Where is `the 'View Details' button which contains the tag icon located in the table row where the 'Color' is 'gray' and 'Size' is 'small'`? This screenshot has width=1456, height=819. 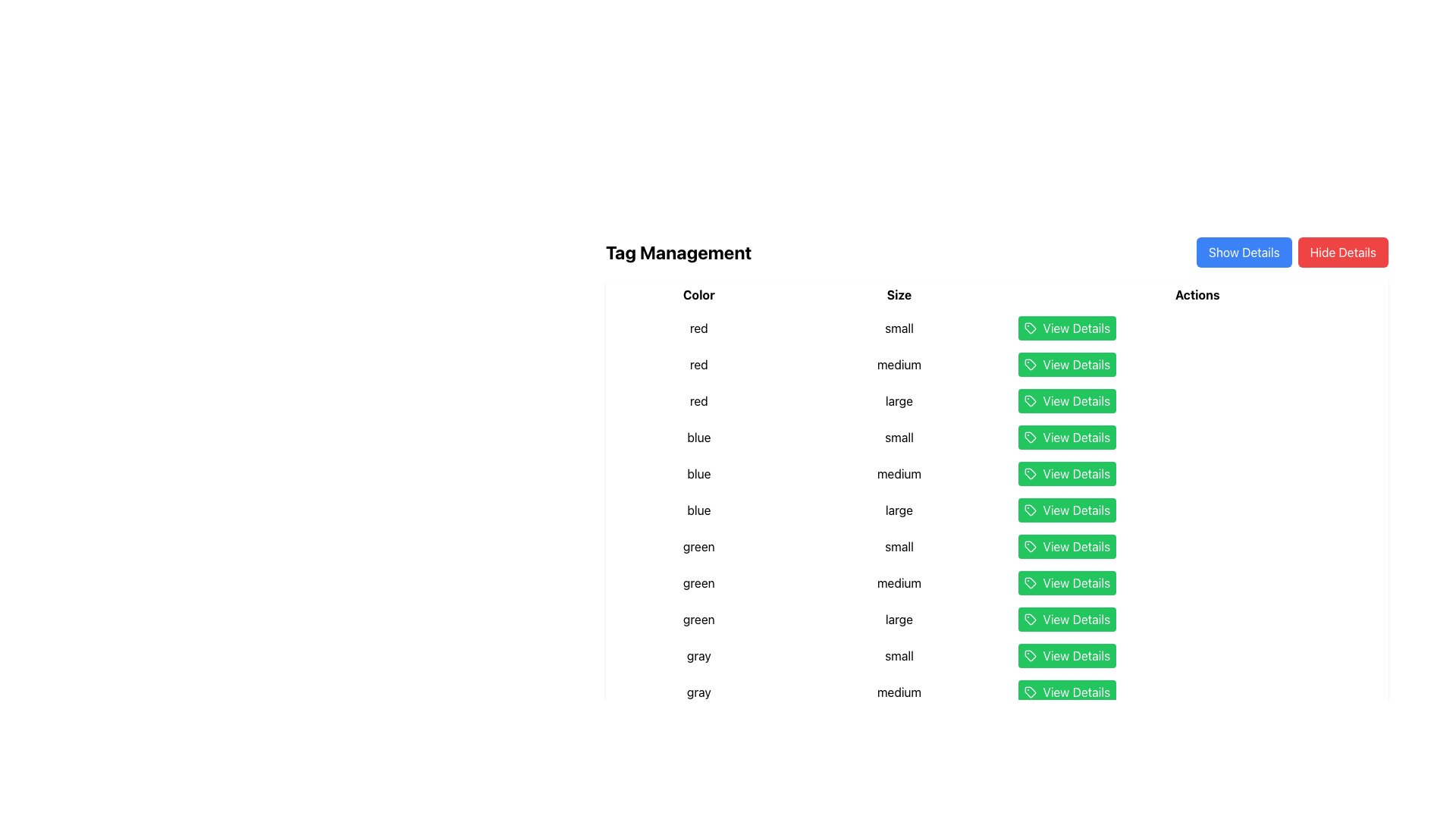 the 'View Details' button which contains the tag icon located in the table row where the 'Color' is 'gray' and 'Size' is 'small' is located at coordinates (1031, 654).